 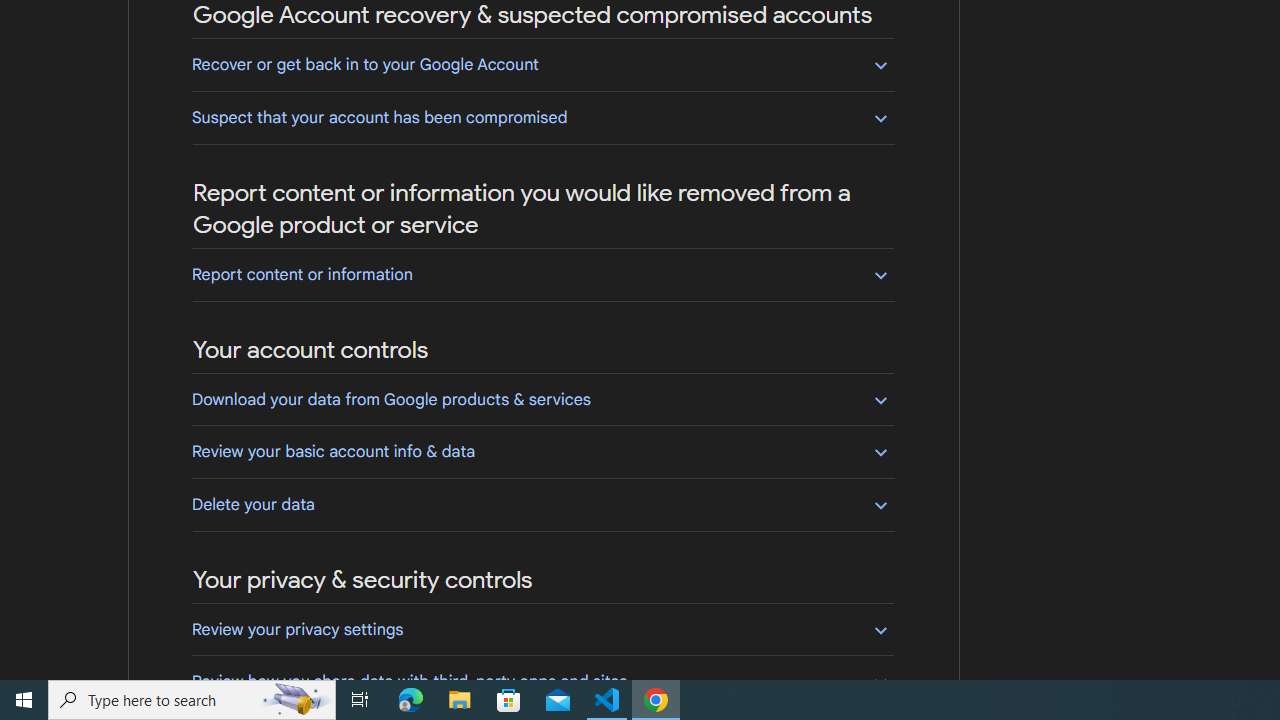 I want to click on 'Review your basic account info & data', so click(x=542, y=451).